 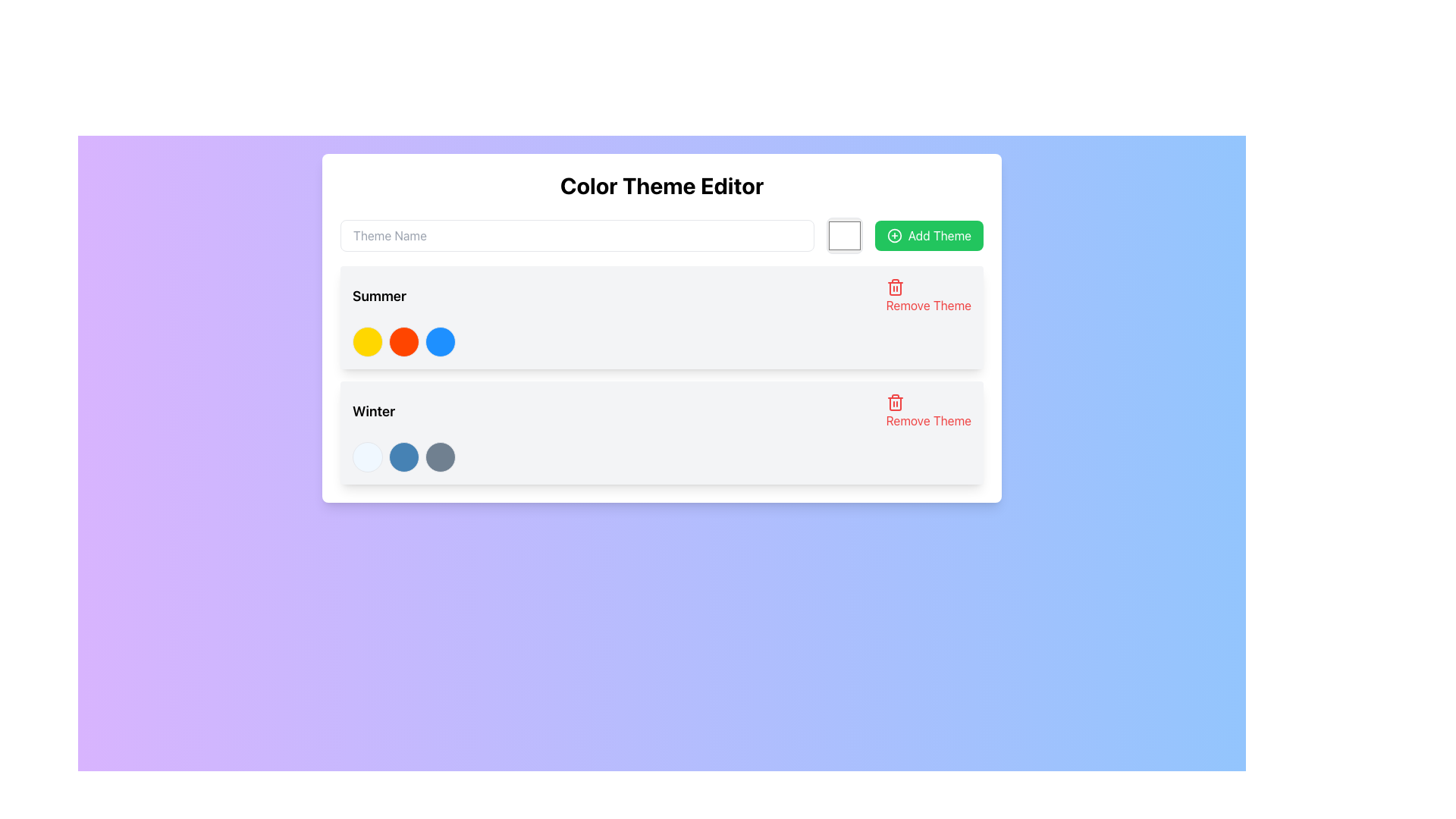 What do you see at coordinates (367, 342) in the screenshot?
I see `the first yellow circular color indicator in the 'Summer' theme selector` at bounding box center [367, 342].